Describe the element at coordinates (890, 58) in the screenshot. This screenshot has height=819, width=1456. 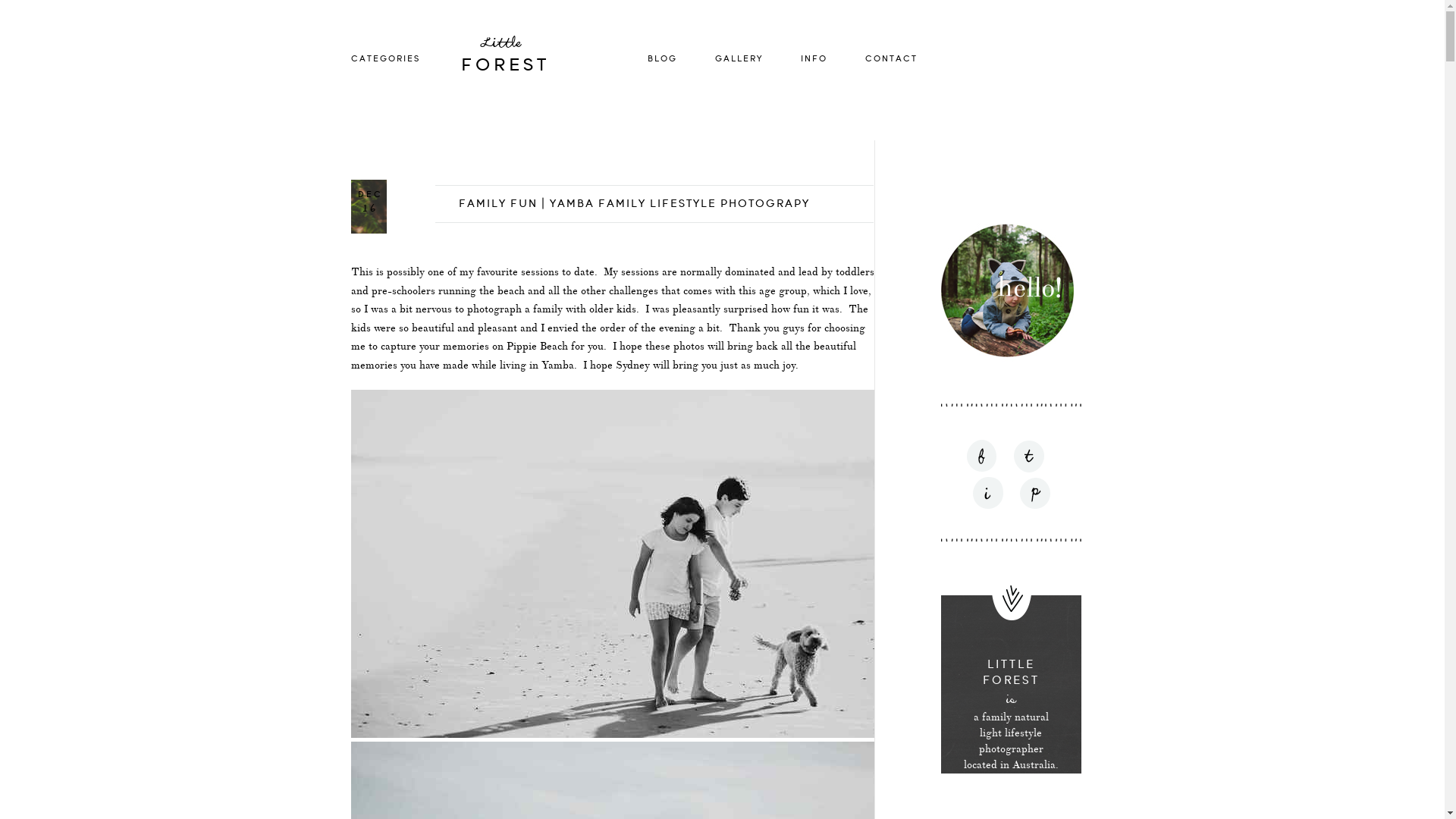
I see `'CONTACT'` at that location.